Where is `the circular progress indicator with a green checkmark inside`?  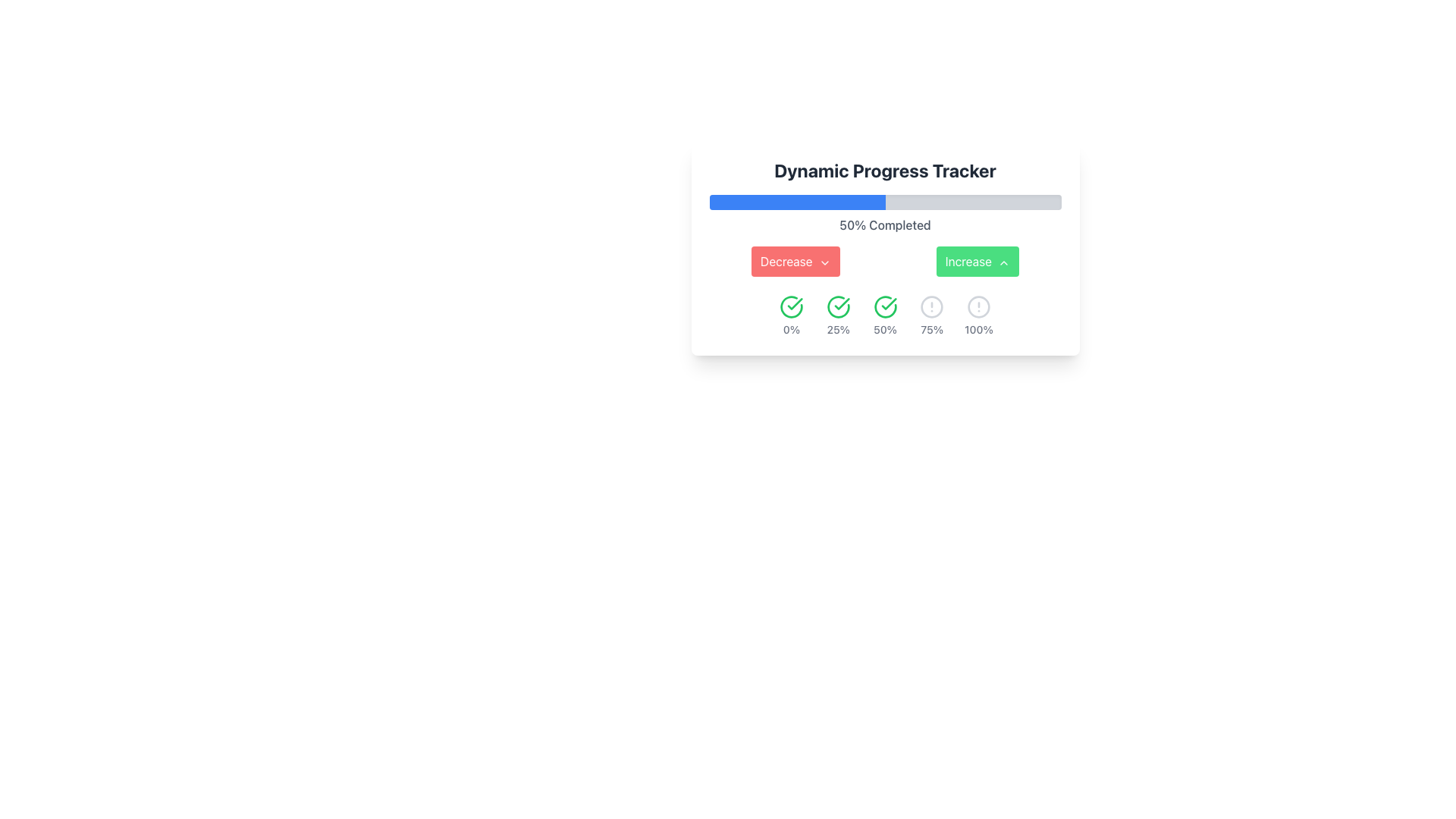 the circular progress indicator with a green checkmark inside is located at coordinates (790, 315).